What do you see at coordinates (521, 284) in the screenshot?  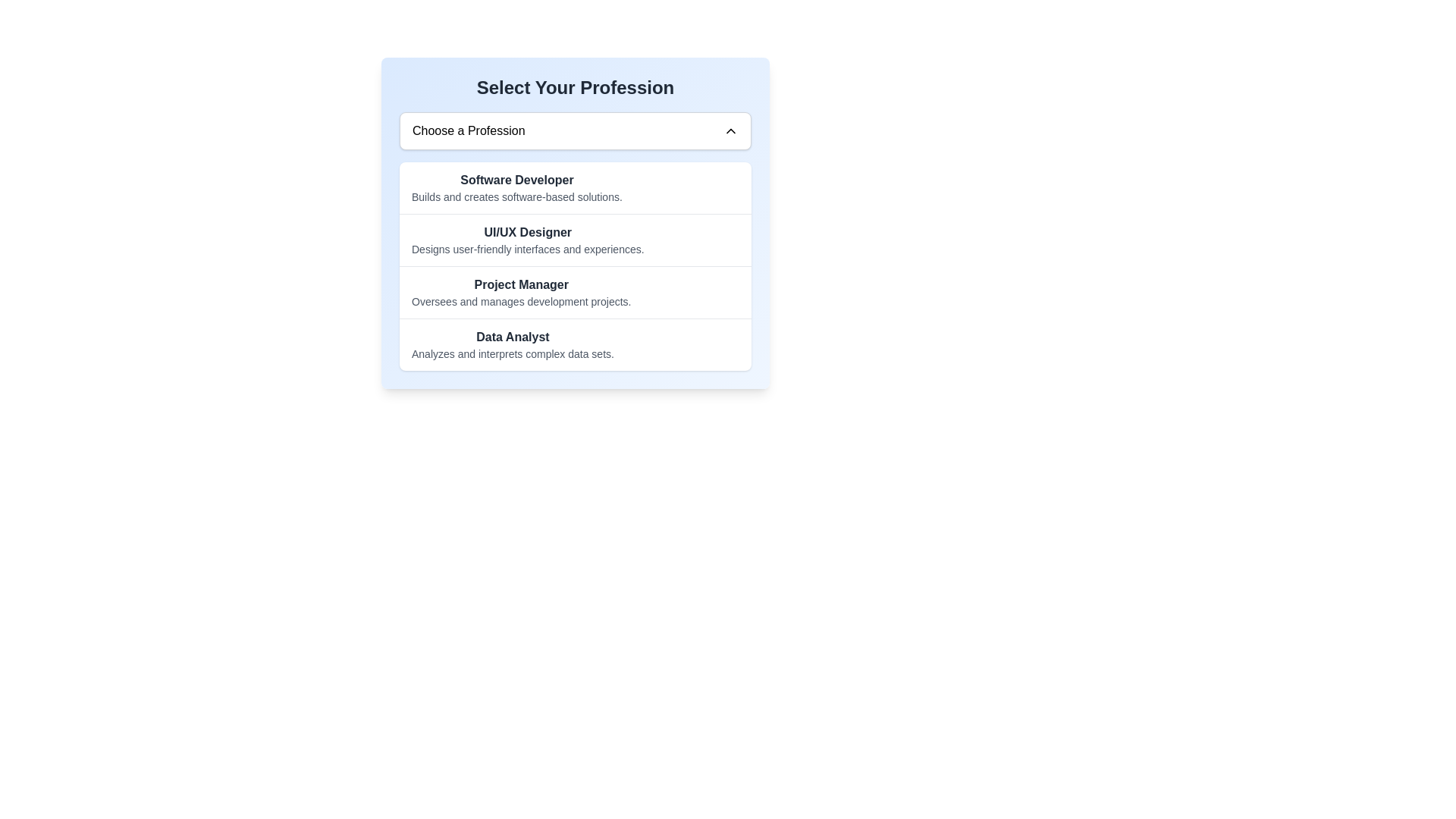 I see `the text label displaying 'Project Manager' in bold, dark gray font, located in the center area of the layout, near the description 'Oversees and manages development projects.'` at bounding box center [521, 284].